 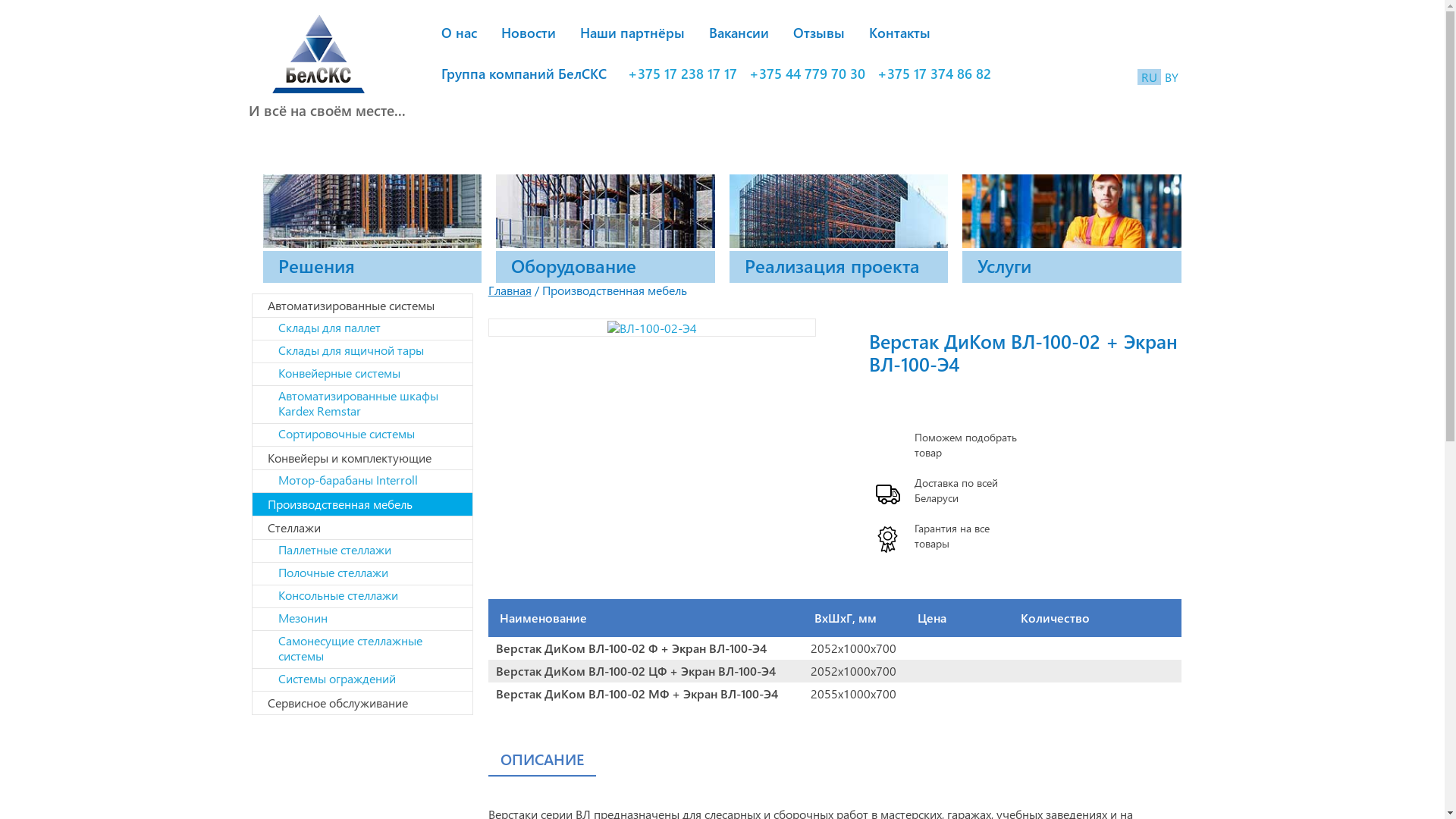 What do you see at coordinates (934, 73) in the screenshot?
I see `'+375 17 374 86 82'` at bounding box center [934, 73].